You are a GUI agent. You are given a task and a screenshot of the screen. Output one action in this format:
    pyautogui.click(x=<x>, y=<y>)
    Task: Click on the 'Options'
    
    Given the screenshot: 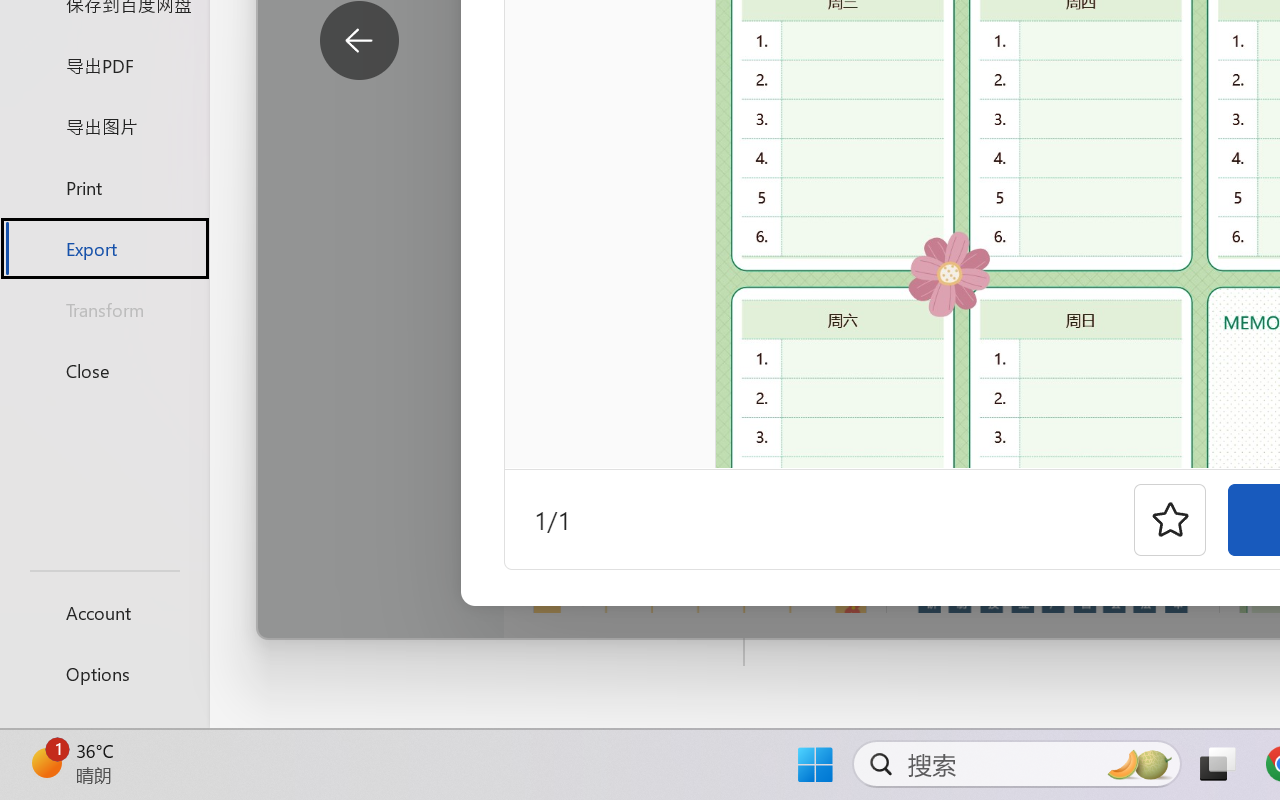 What is the action you would take?
    pyautogui.click(x=103, y=673)
    